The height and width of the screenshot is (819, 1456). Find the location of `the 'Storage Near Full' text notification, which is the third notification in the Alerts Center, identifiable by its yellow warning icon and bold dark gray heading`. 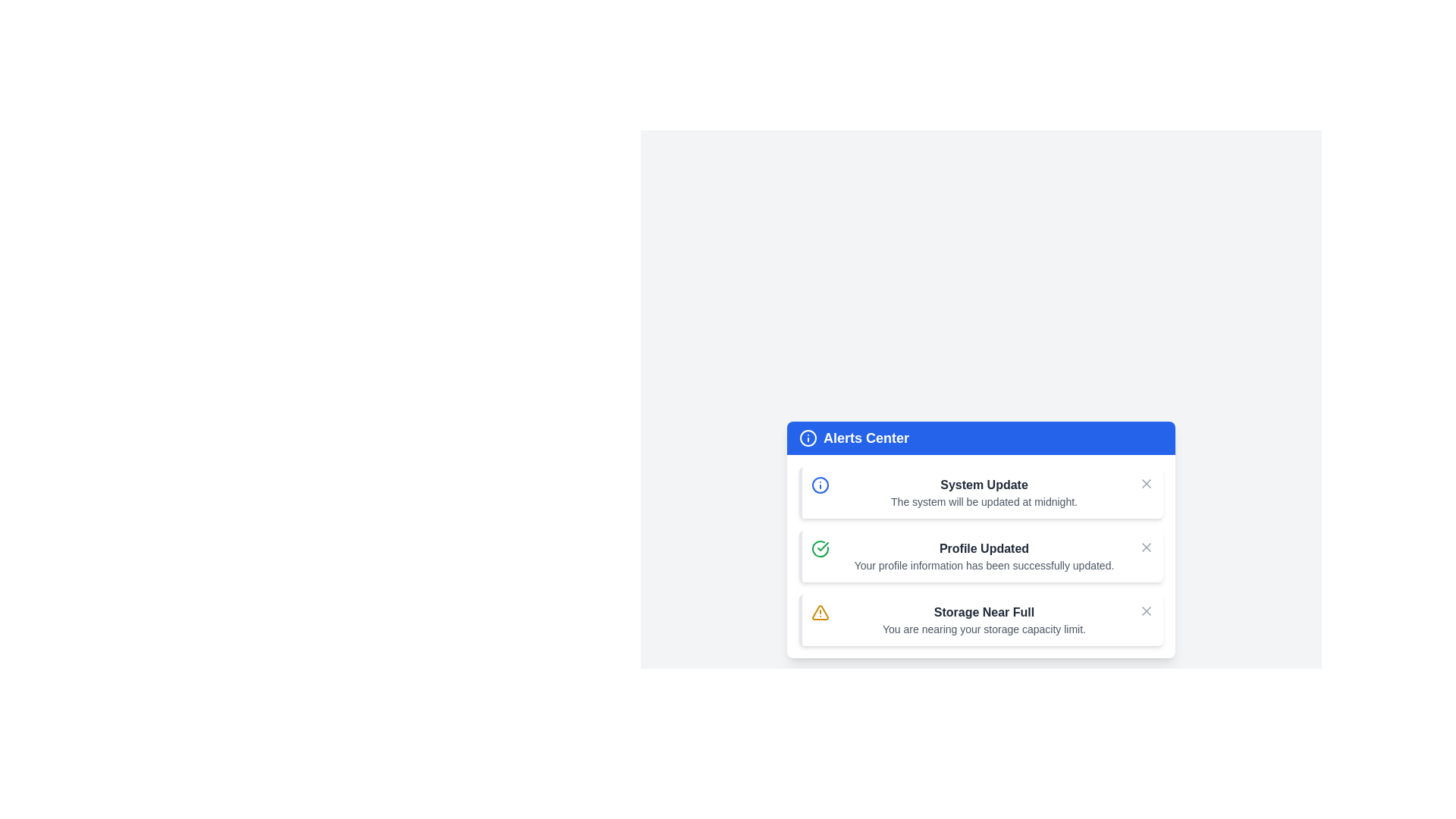

the 'Storage Near Full' text notification, which is the third notification in the Alerts Center, identifiable by its yellow warning icon and bold dark gray heading is located at coordinates (984, 620).